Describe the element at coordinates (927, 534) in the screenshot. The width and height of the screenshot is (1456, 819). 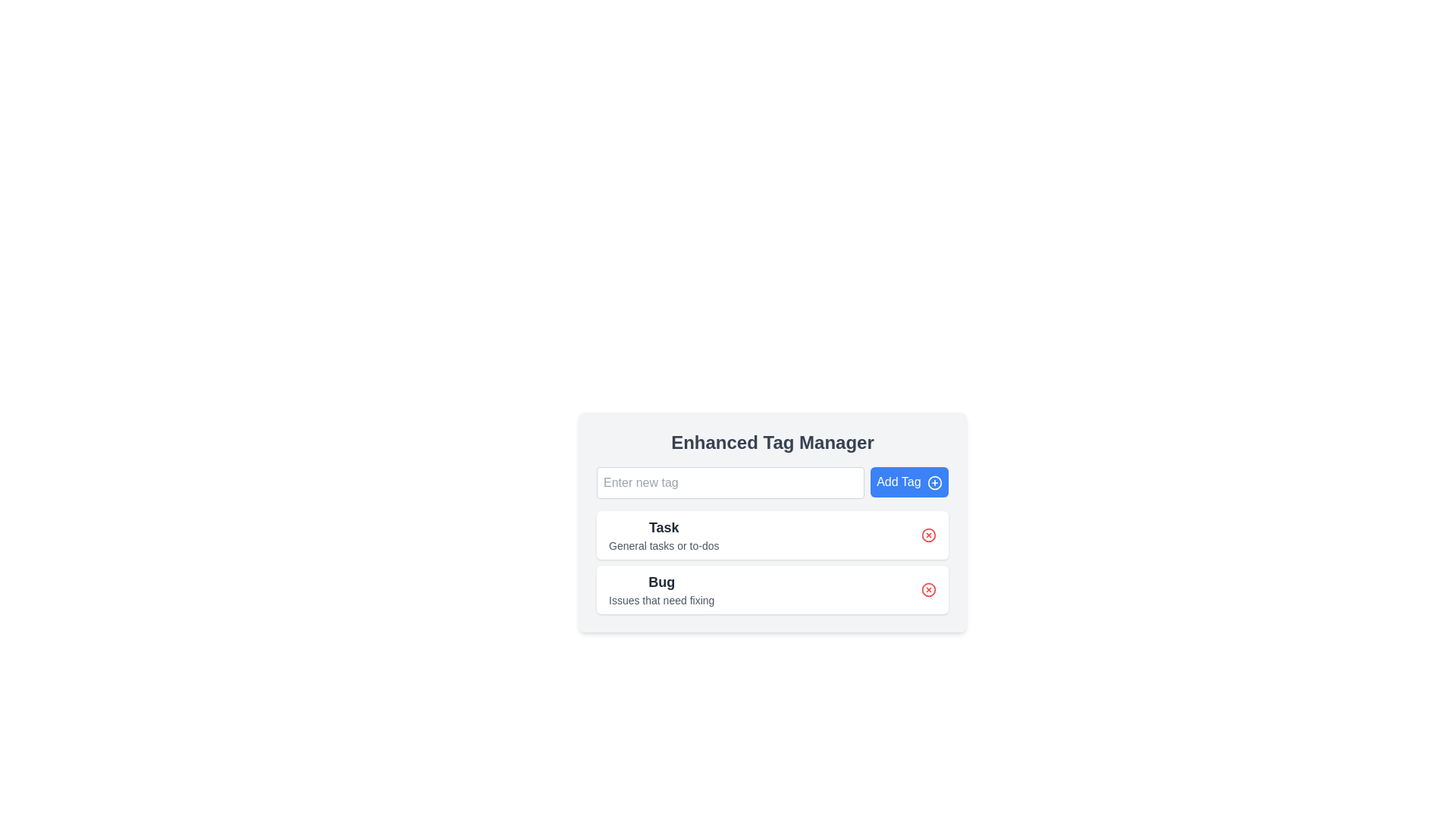
I see `the delete button located in the upper-right corner of the 'Task' panel` at that location.